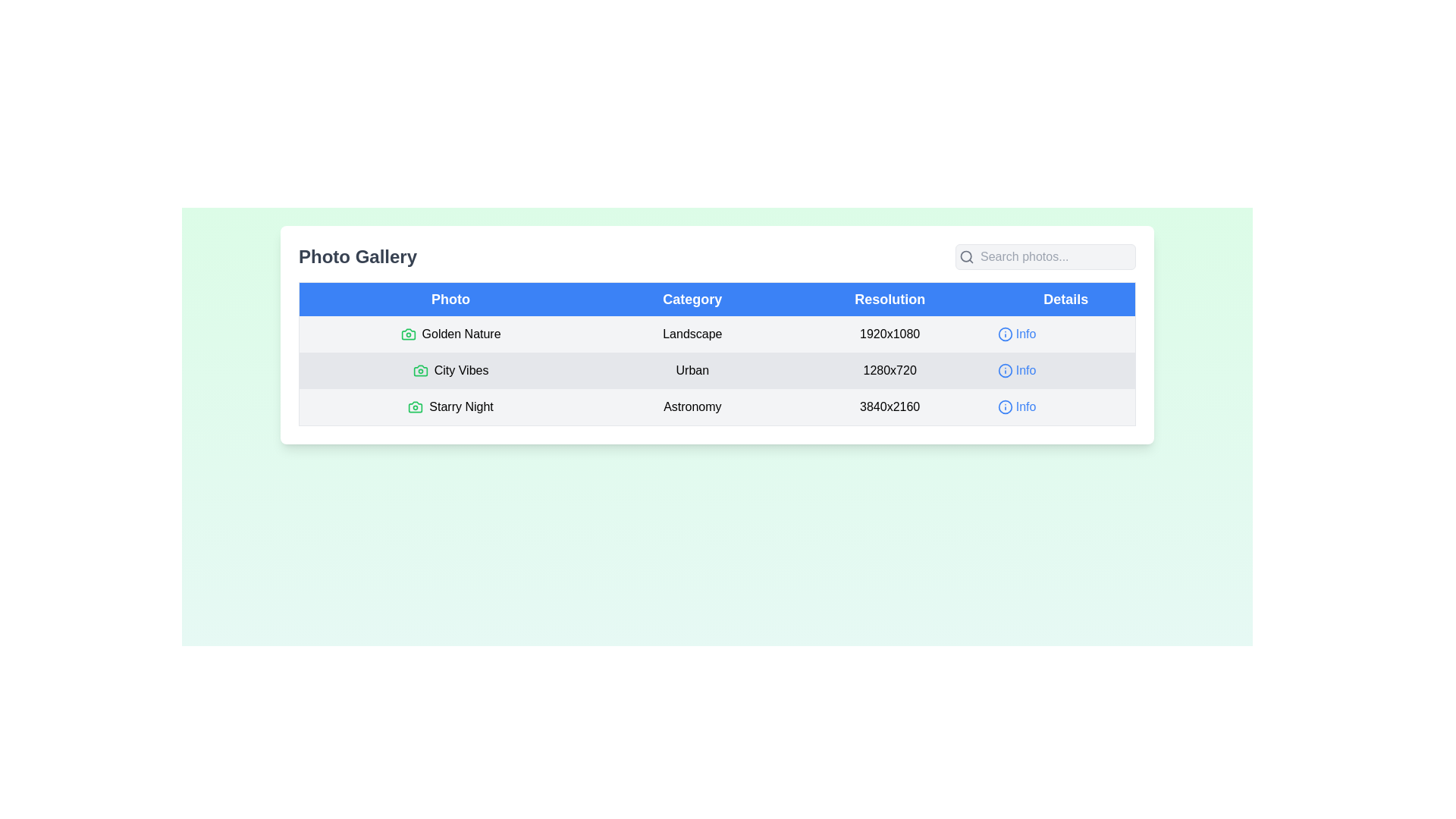  Describe the element at coordinates (450, 406) in the screenshot. I see `the text 'Starry Night' in the third row of the 'Photo' column in the table under the 'Photo Gallery' header` at that location.